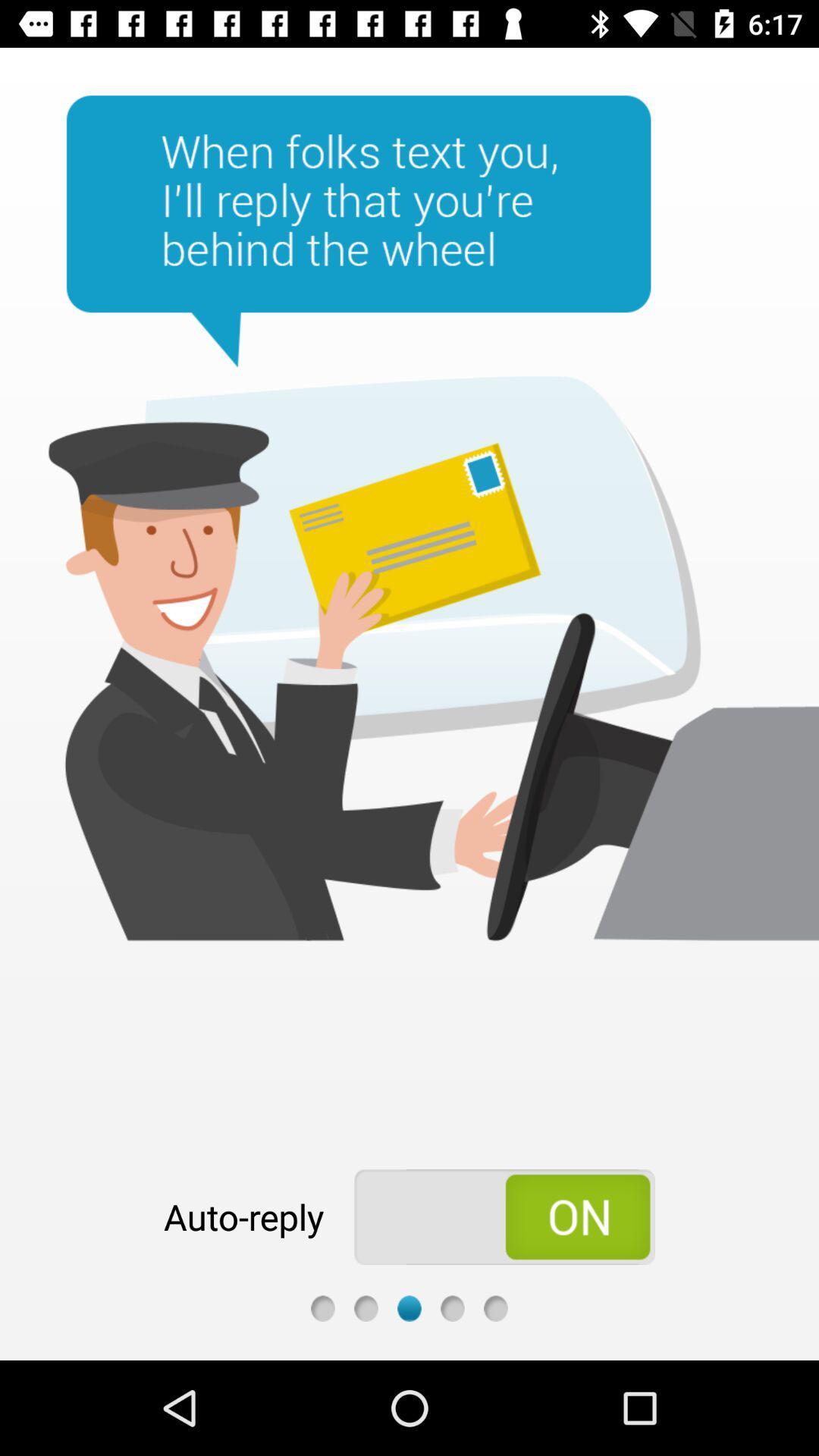 The image size is (819, 1456). Describe the element at coordinates (504, 1216) in the screenshot. I see `the item to the right of the auto-reply app` at that location.